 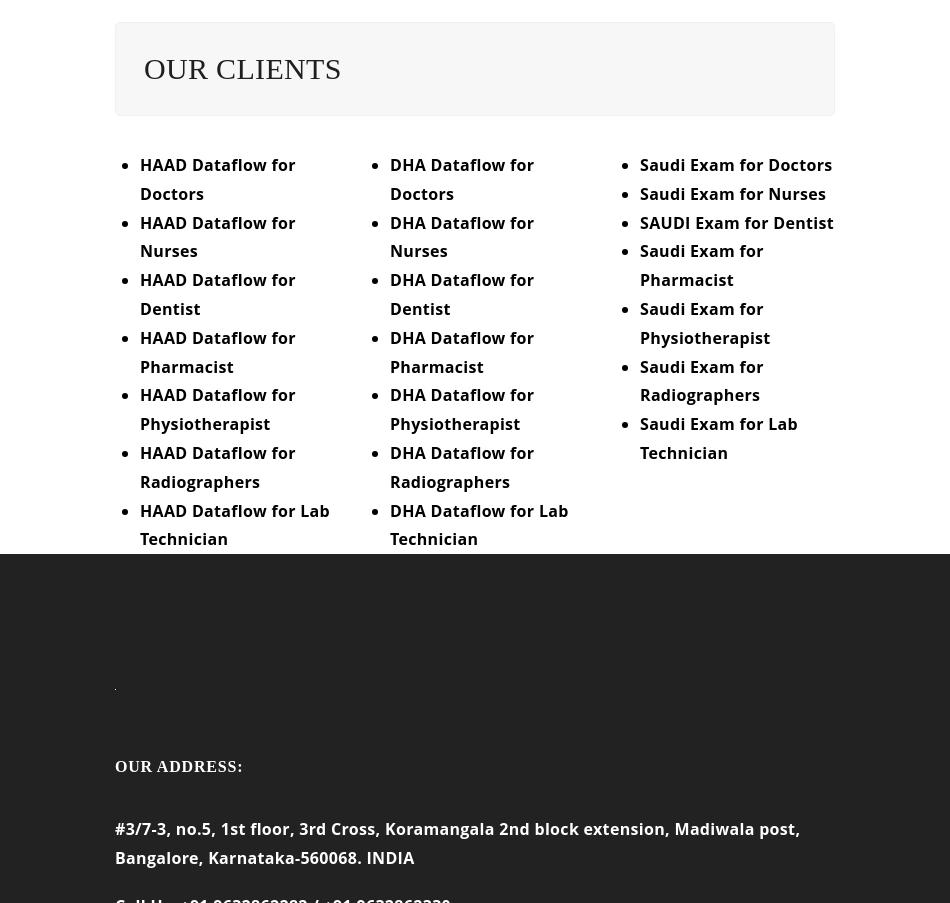 I want to click on 'HAAD Dataflow for Radiographers', so click(x=217, y=480).